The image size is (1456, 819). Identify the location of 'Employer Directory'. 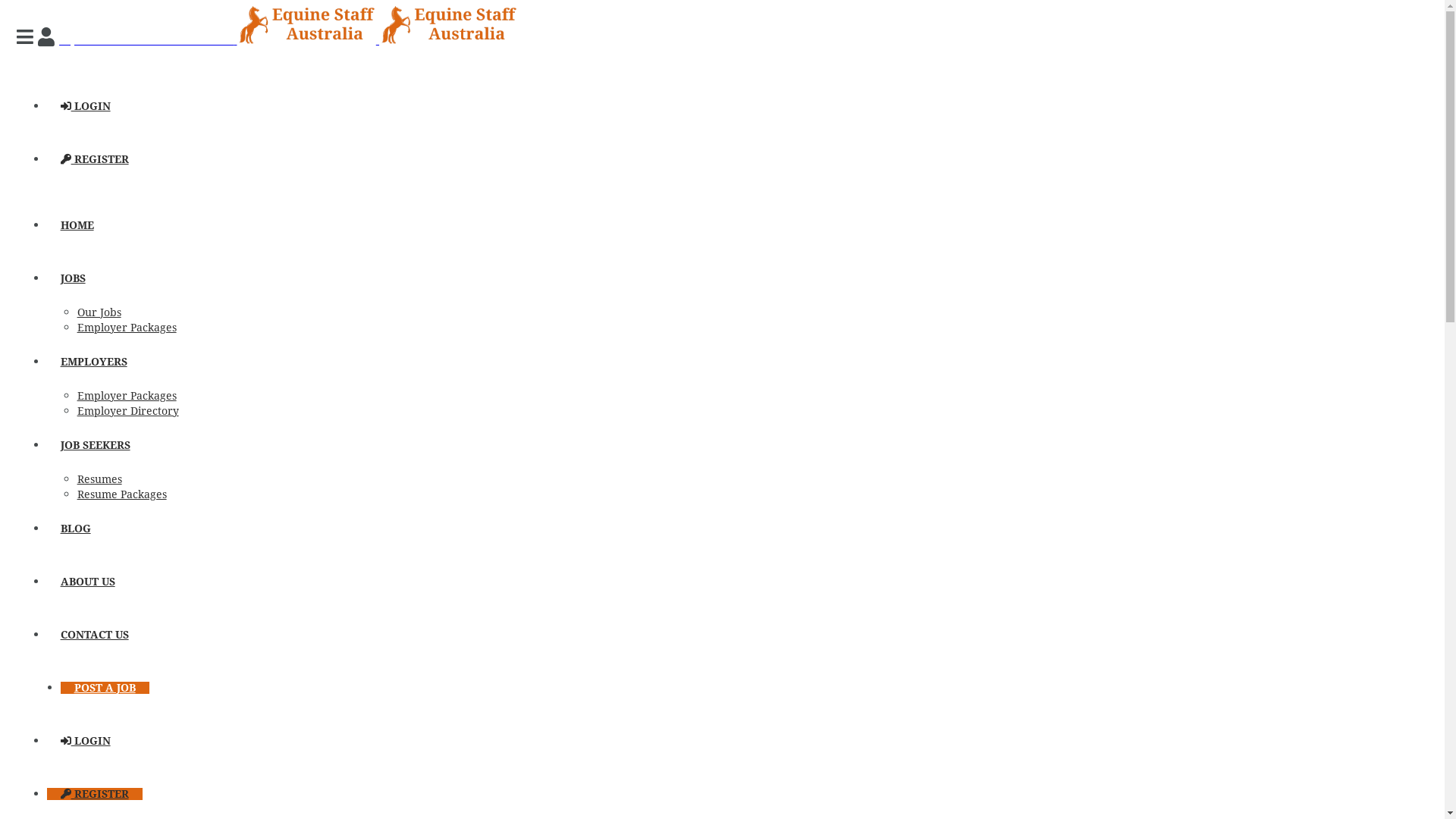
(127, 411).